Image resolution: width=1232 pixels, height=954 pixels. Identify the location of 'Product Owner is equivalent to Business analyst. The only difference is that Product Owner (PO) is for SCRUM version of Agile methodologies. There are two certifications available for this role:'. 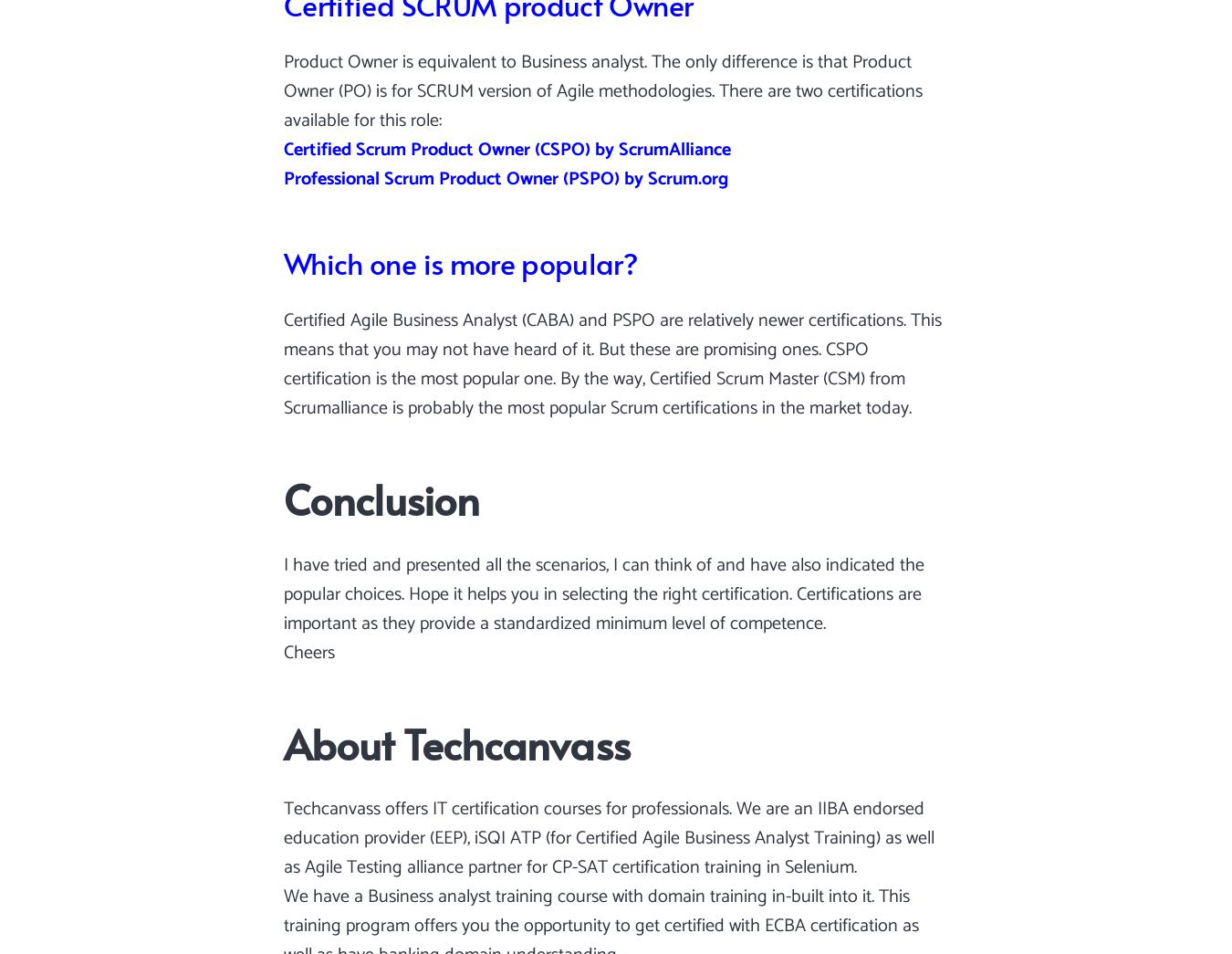
(602, 91).